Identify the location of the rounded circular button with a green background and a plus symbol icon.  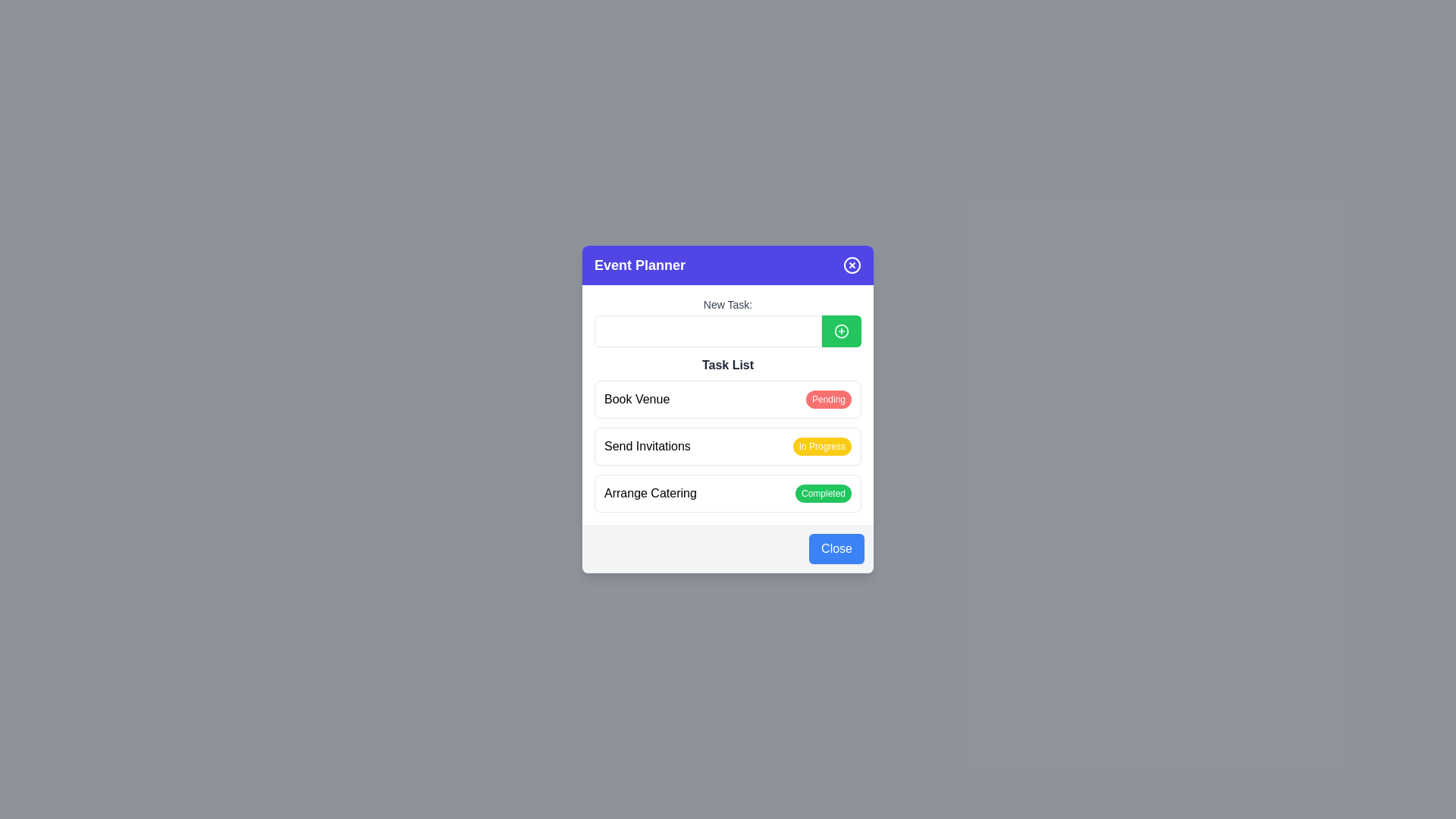
(840, 330).